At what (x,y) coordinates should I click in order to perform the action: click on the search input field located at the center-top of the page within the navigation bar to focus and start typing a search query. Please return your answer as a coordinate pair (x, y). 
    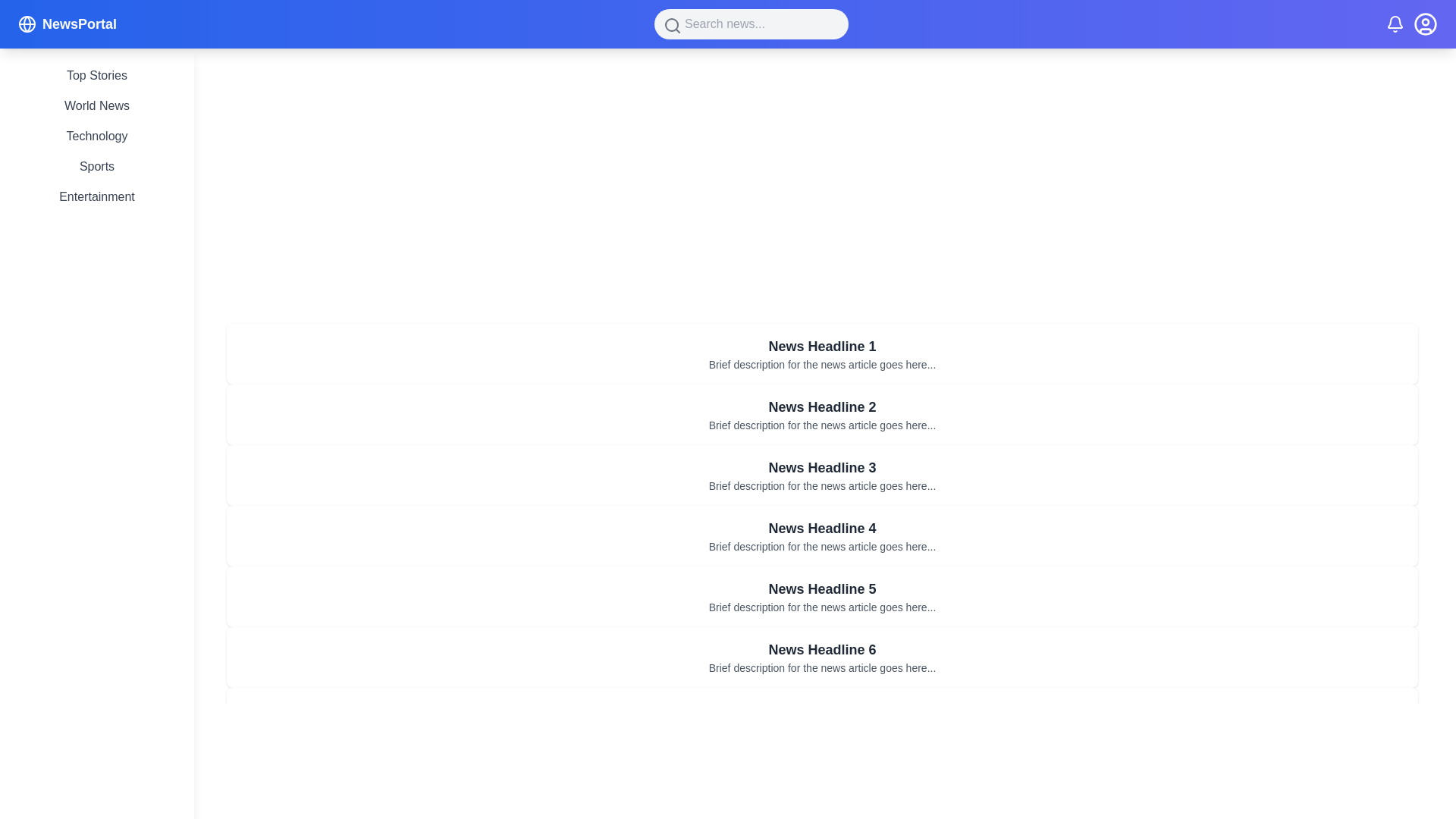
    Looking at the image, I should click on (752, 24).